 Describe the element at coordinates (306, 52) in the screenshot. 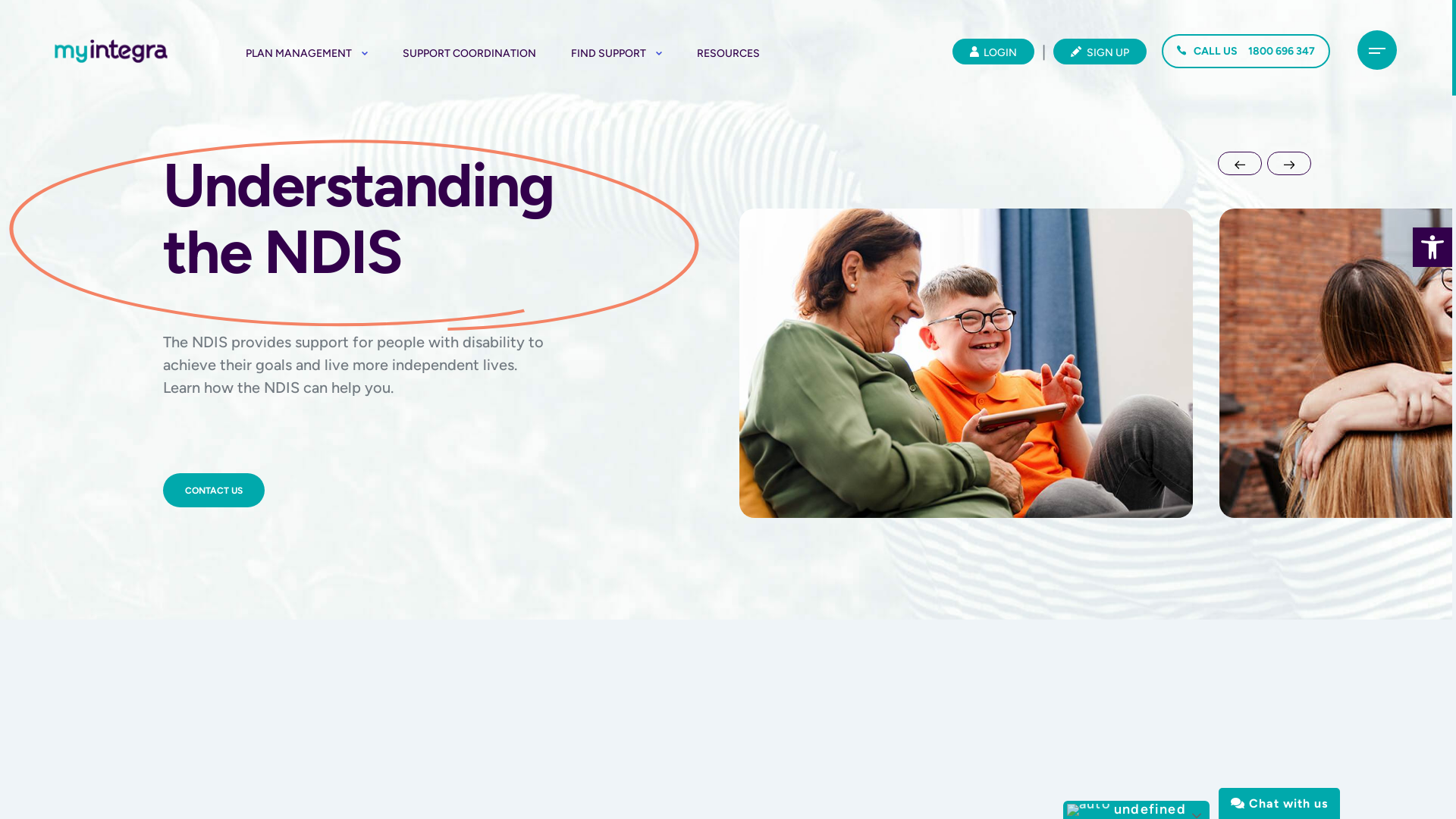

I see `'PLAN MANAGEMENT'` at that location.